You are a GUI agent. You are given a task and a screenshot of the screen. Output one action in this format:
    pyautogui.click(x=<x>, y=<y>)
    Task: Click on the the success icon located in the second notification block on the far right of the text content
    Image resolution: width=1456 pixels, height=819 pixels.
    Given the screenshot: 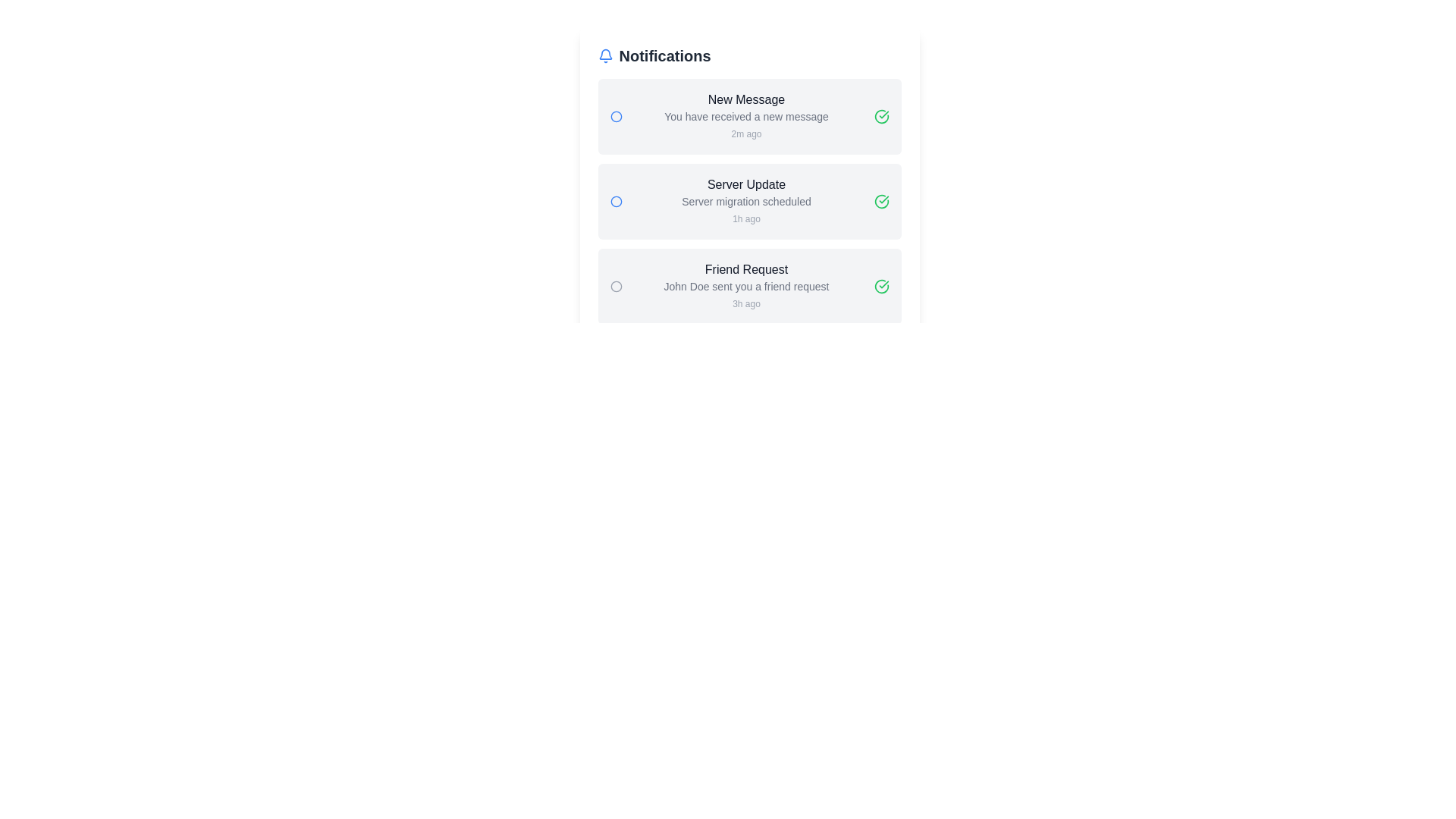 What is the action you would take?
    pyautogui.click(x=881, y=116)
    